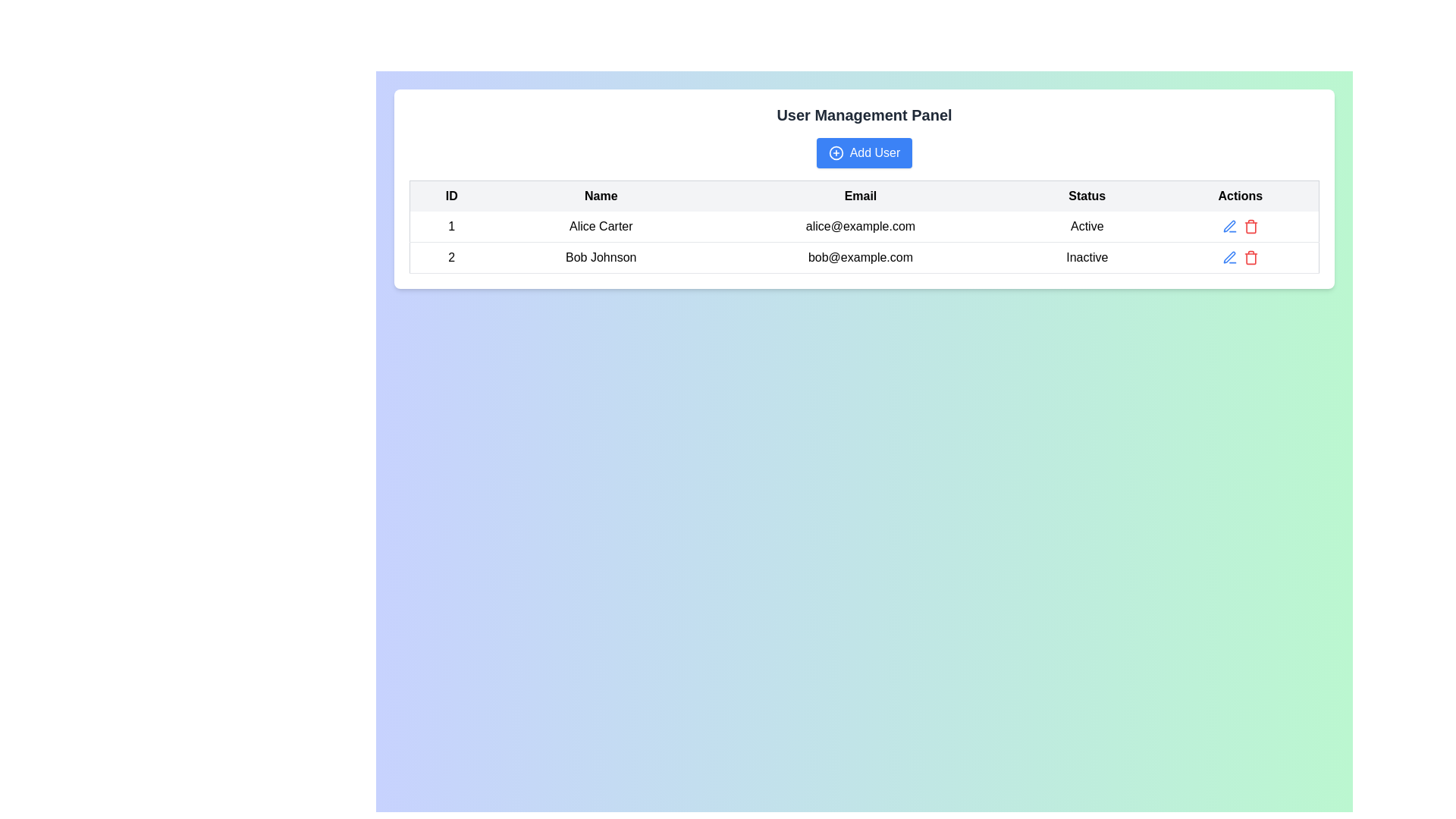  What do you see at coordinates (1229, 256) in the screenshot?
I see `the edit icon button located in the 'Actions' column of the second row corresponding to the user Bob Johnson to initiate the edit action` at bounding box center [1229, 256].